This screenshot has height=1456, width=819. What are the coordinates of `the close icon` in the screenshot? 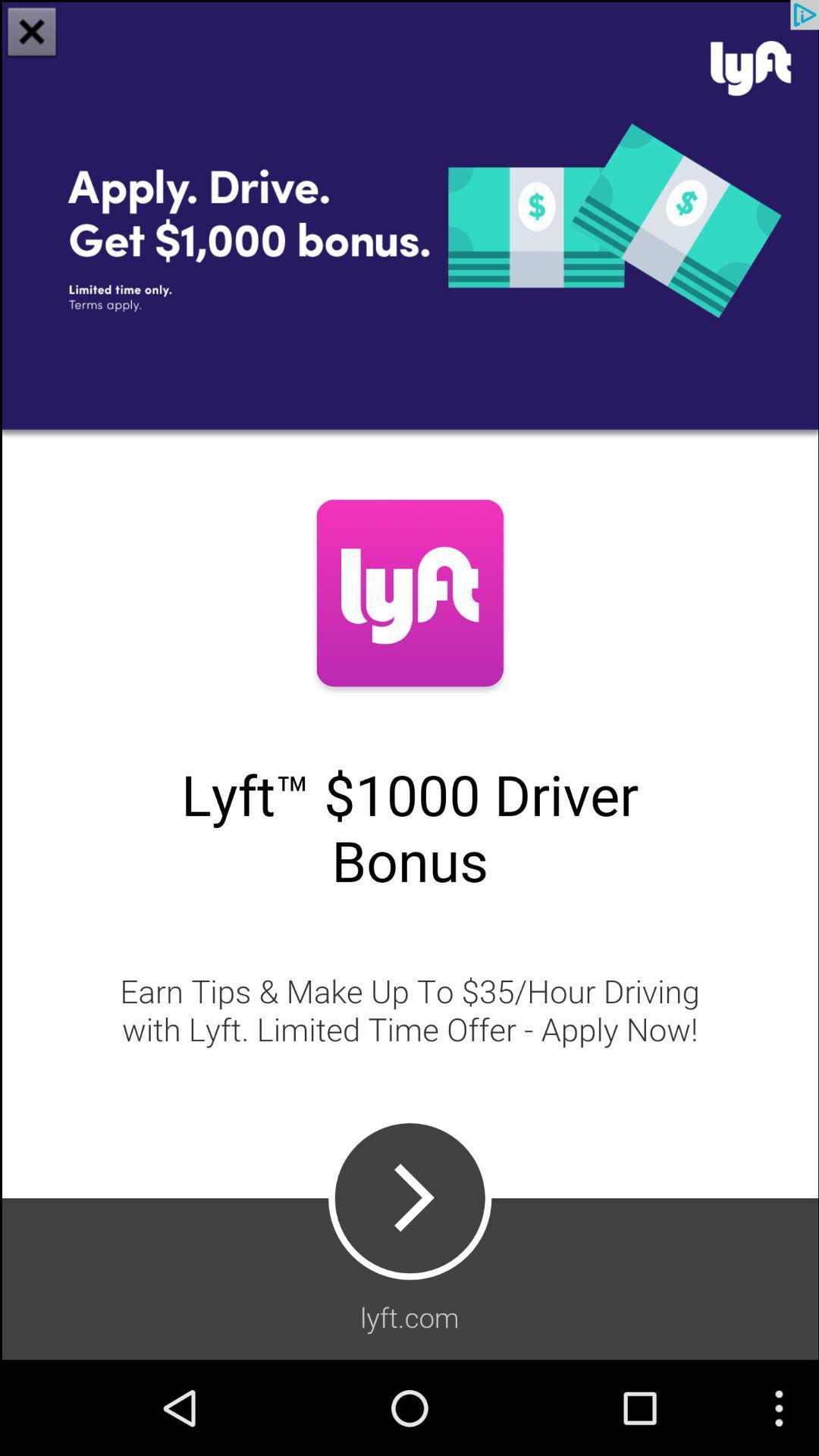 It's located at (32, 33).